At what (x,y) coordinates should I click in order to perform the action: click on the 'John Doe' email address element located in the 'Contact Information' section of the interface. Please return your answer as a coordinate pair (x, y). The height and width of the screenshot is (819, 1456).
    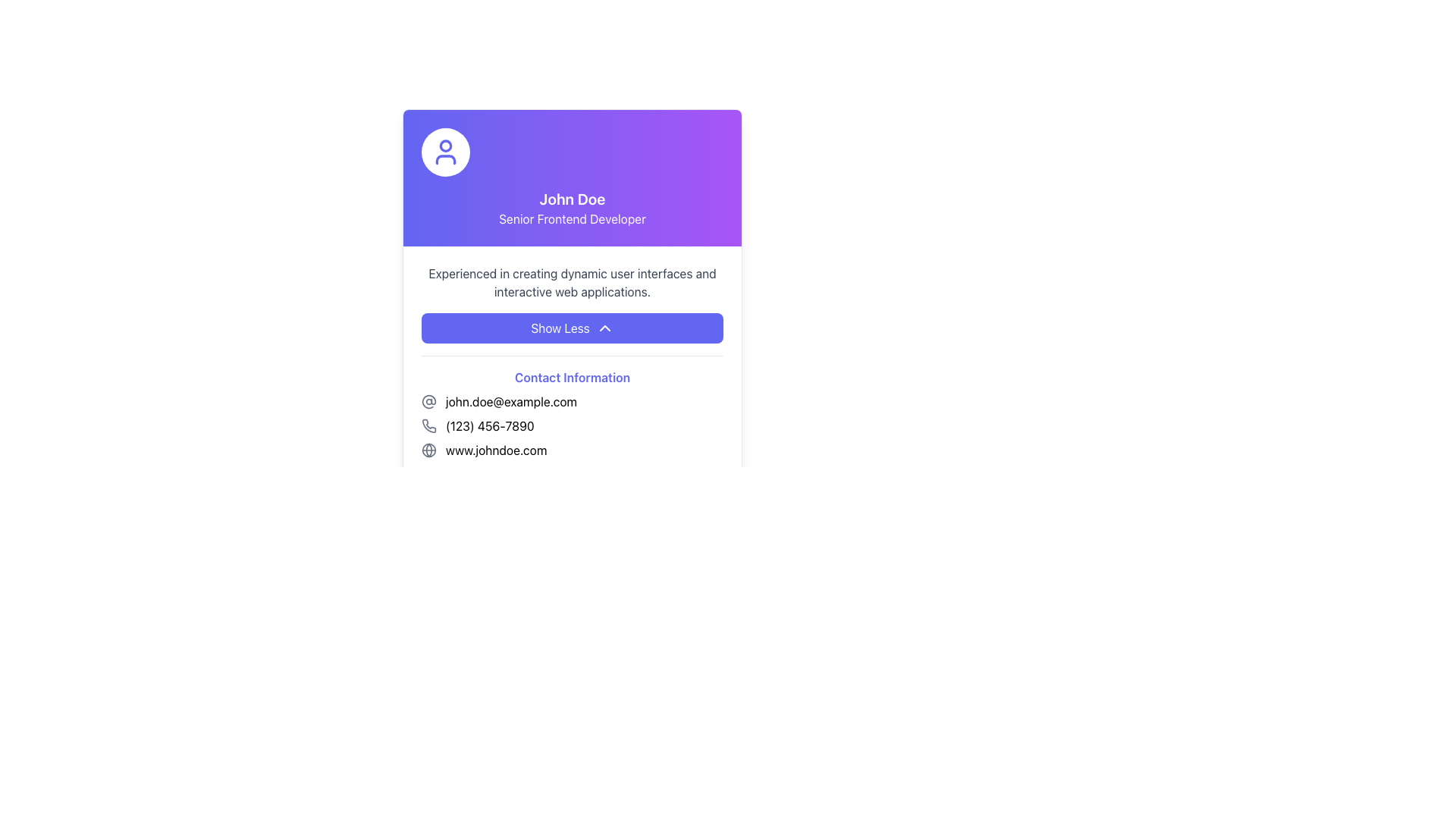
    Looking at the image, I should click on (571, 400).